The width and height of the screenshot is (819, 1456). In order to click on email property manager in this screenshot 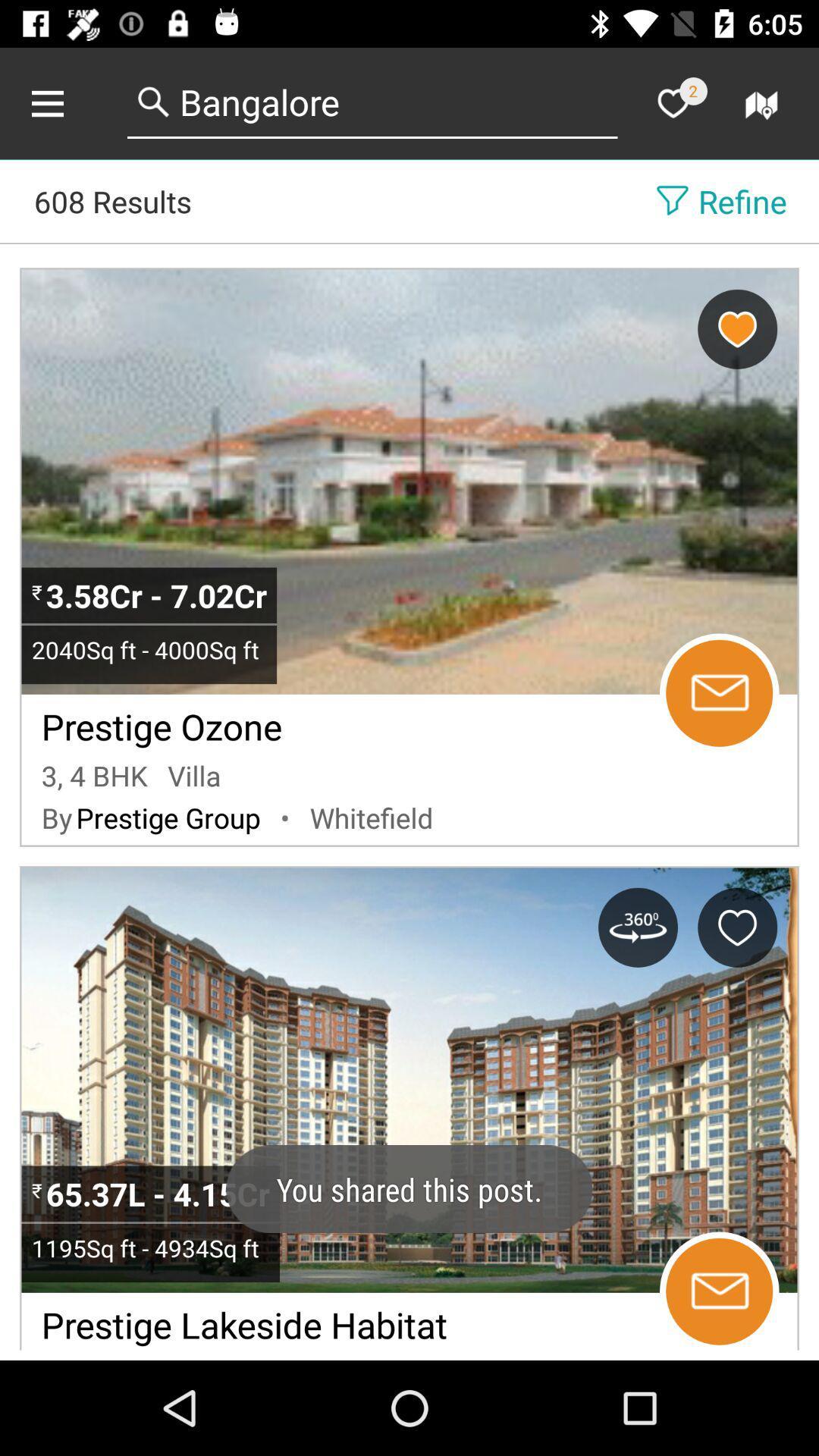, I will do `click(718, 692)`.